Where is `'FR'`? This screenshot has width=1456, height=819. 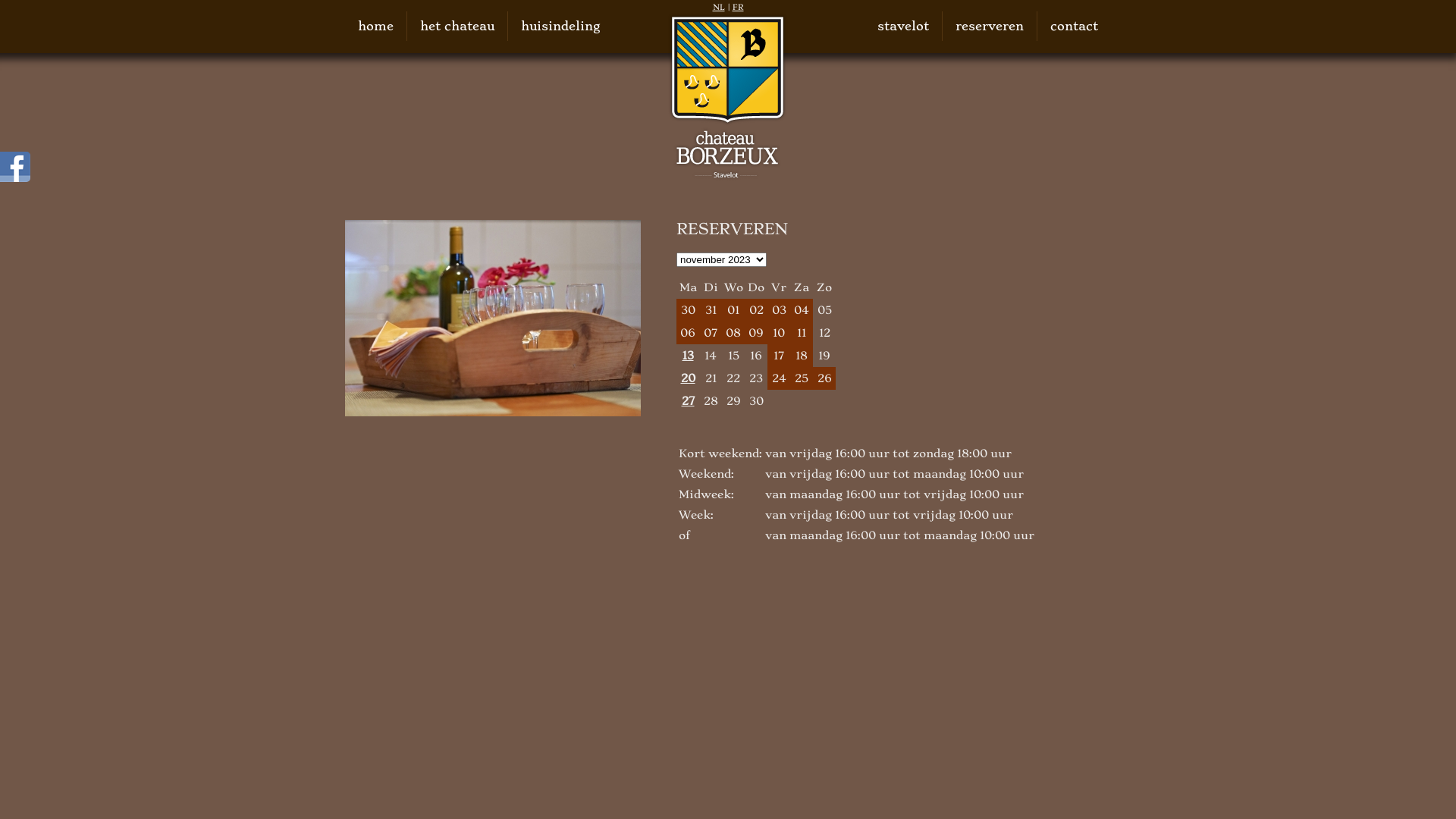 'FR' is located at coordinates (738, 7).